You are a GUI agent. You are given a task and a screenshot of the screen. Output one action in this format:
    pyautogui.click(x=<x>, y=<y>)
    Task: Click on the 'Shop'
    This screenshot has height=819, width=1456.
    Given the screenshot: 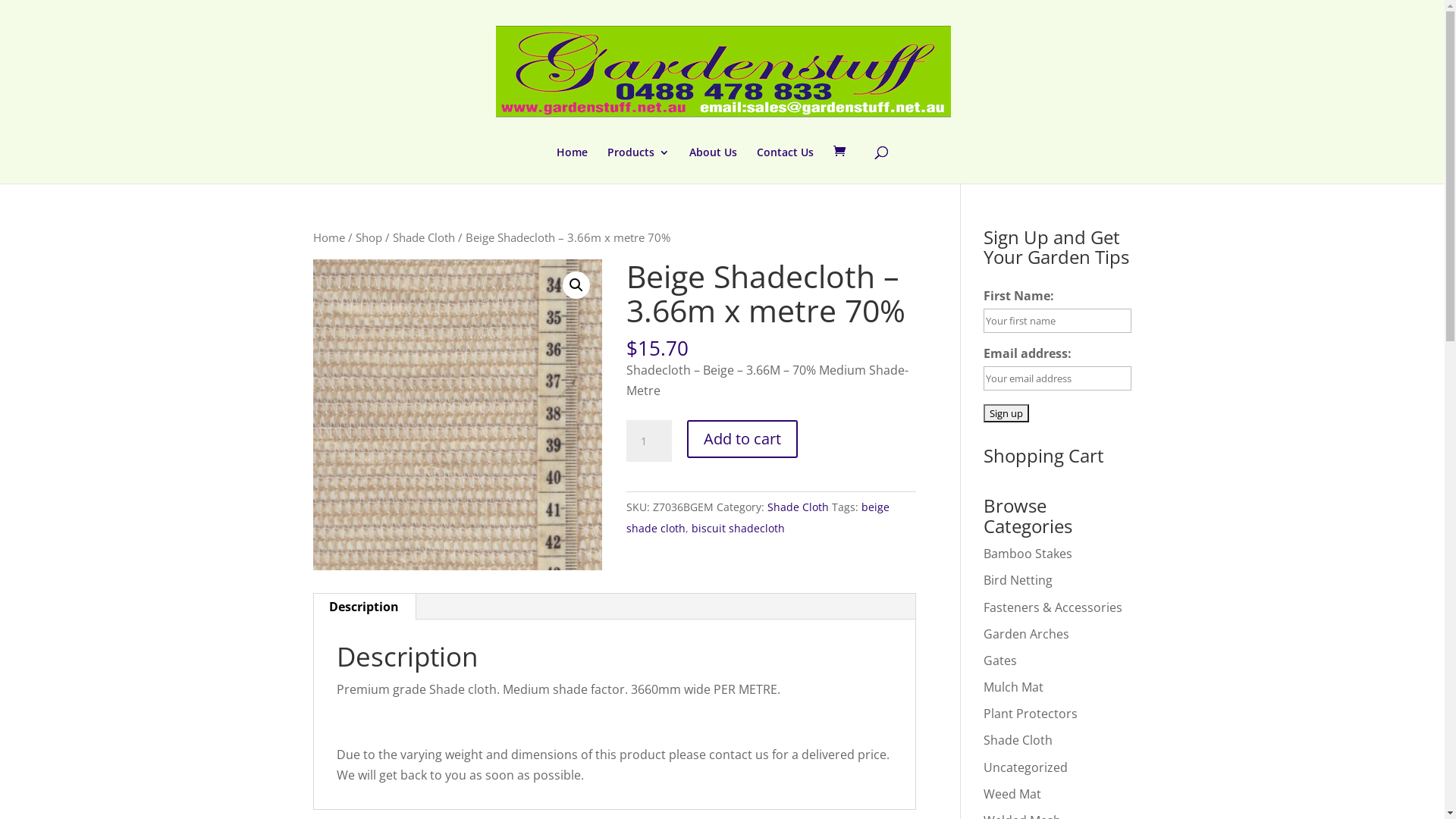 What is the action you would take?
    pyautogui.click(x=353, y=237)
    